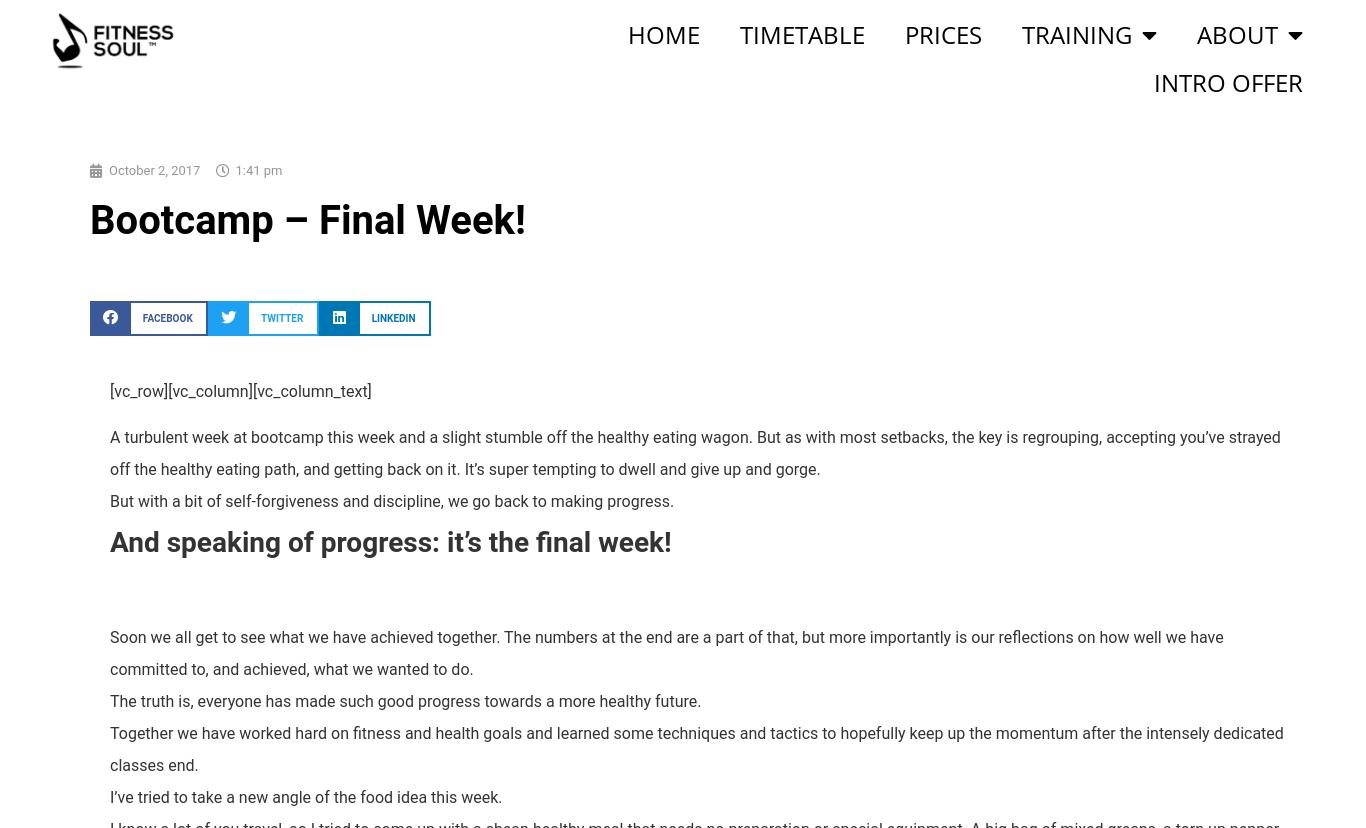 The image size is (1366, 828). What do you see at coordinates (258, 170) in the screenshot?
I see `'1:41 pm'` at bounding box center [258, 170].